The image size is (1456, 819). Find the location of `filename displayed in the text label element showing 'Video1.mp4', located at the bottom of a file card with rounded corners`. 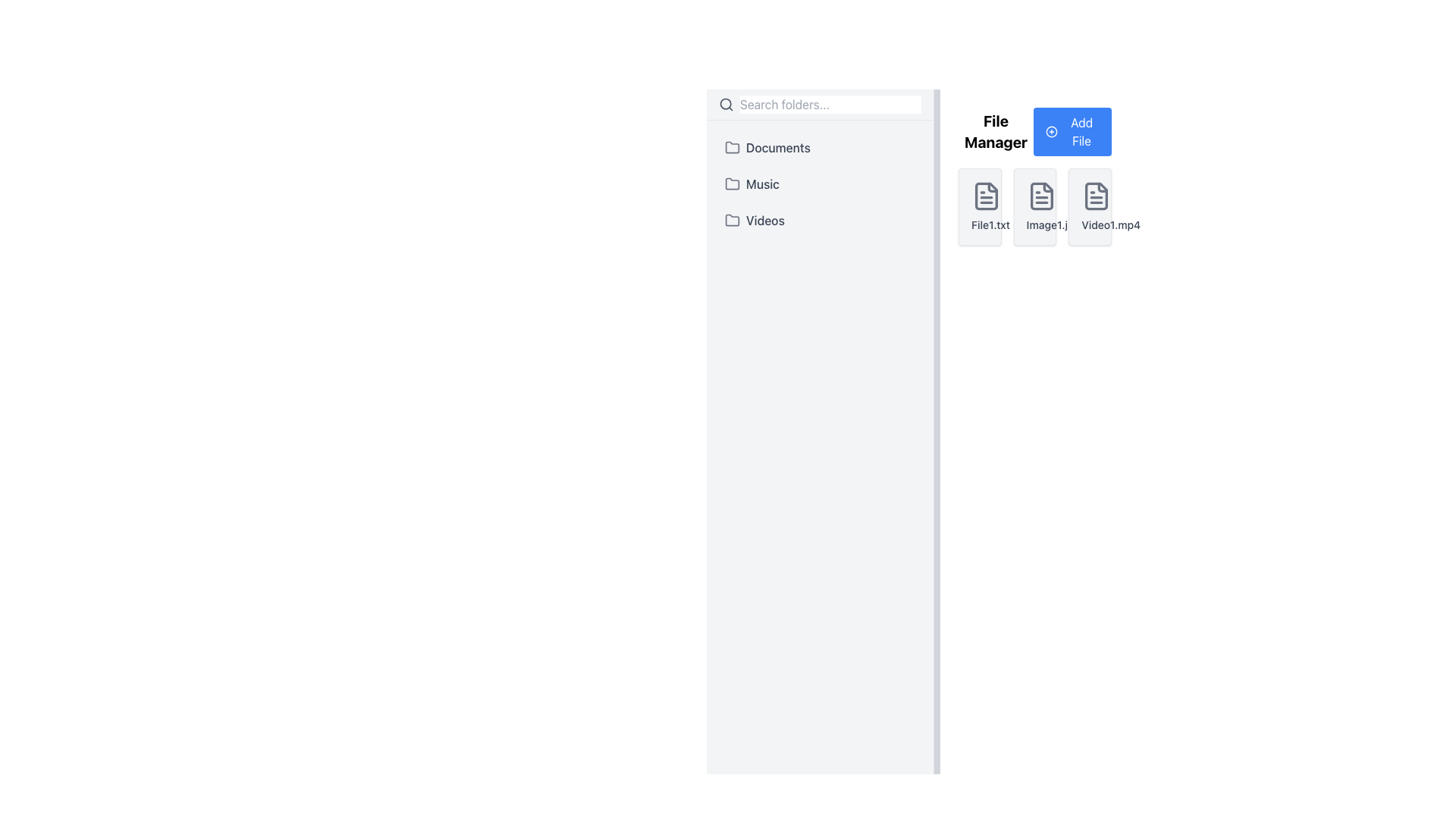

filename displayed in the text label element showing 'Video1.mp4', located at the bottom of a file card with rounded corners is located at coordinates (1089, 225).